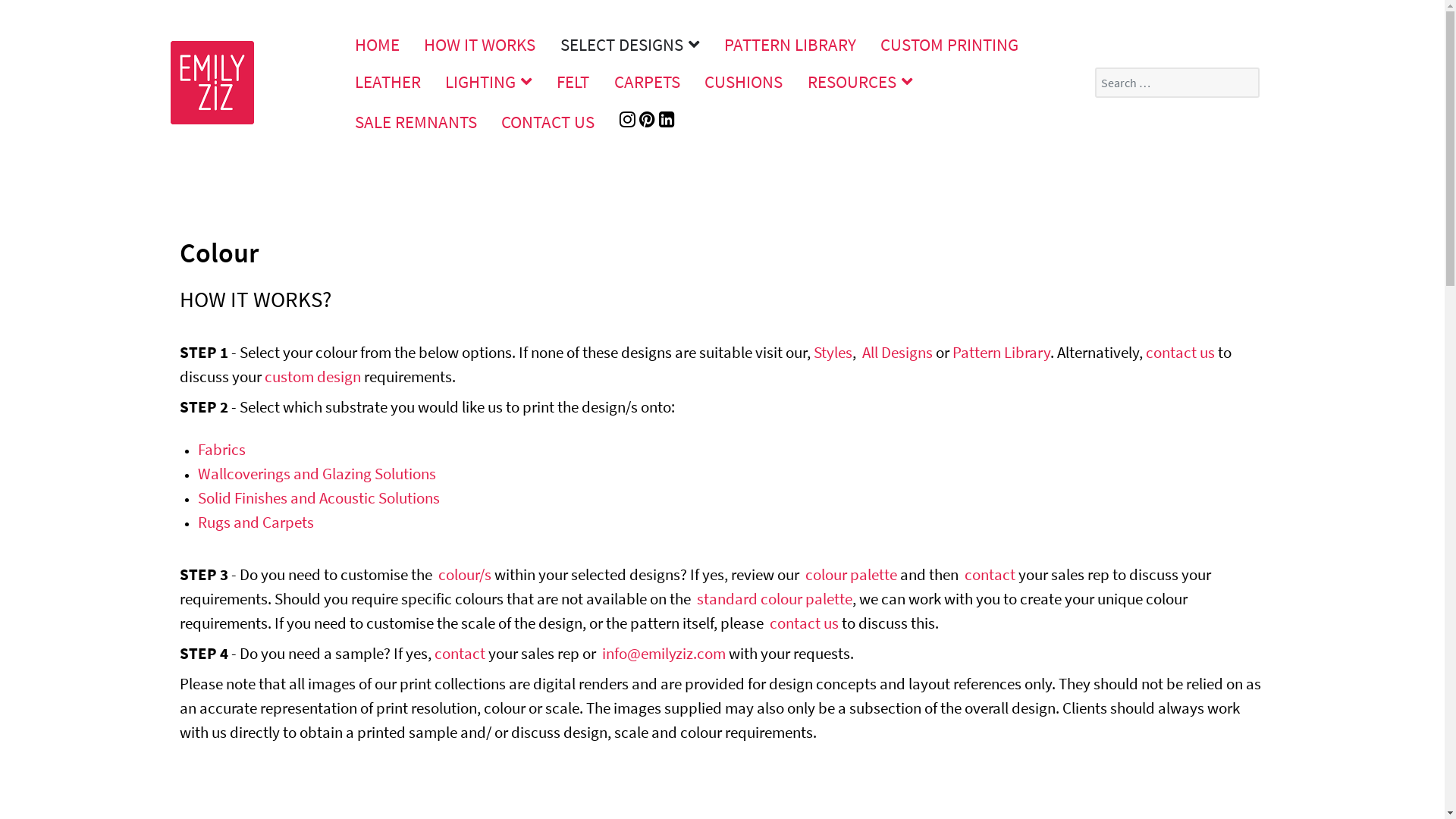 The height and width of the screenshot is (819, 1456). What do you see at coordinates (388, 81) in the screenshot?
I see `'LEATHER'` at bounding box center [388, 81].